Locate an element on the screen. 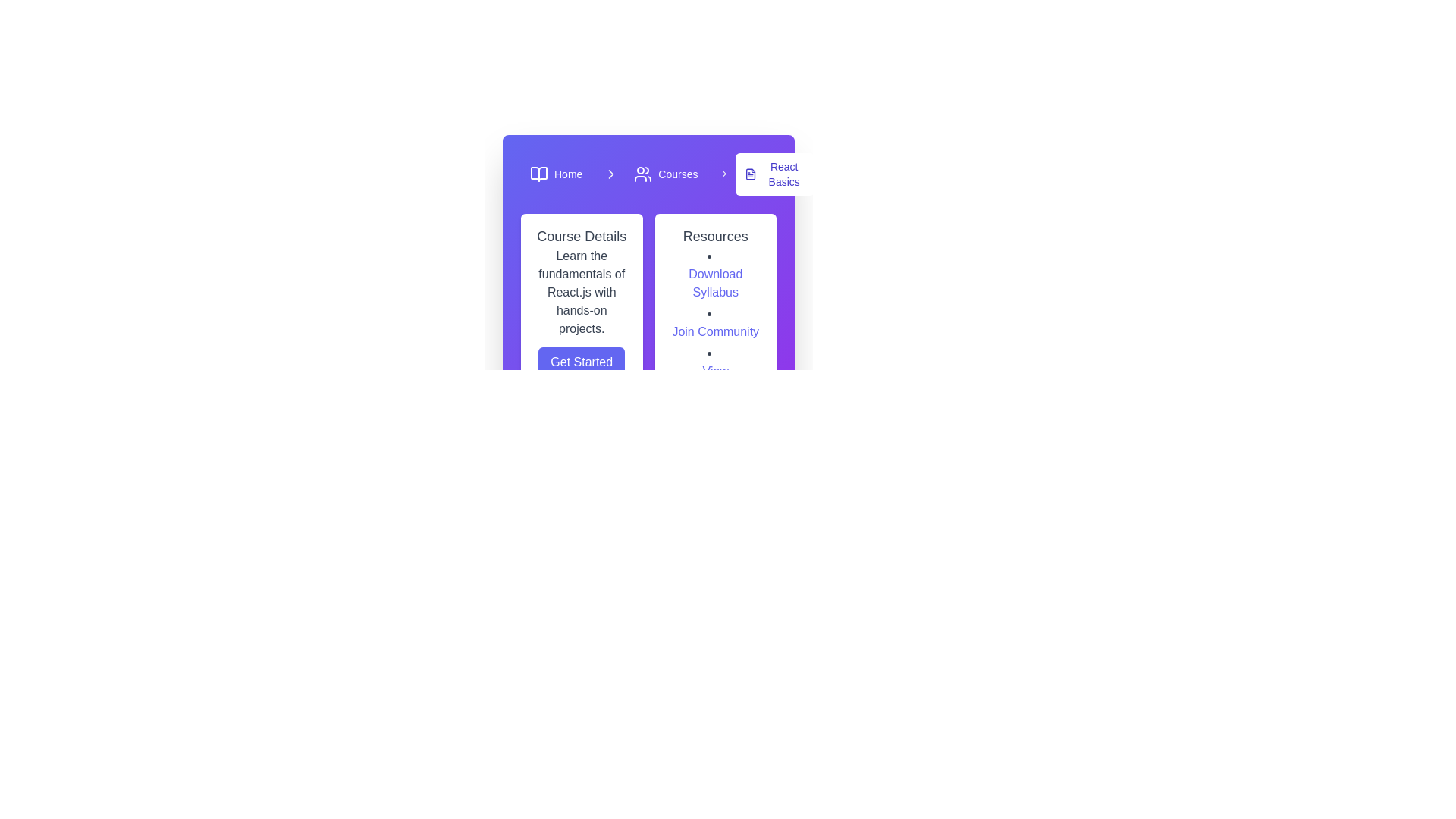 This screenshot has height=819, width=1456. the 'React Basics' button located in the top-right of the purple card, which is the second button in the navigation row is located at coordinates (775, 174).